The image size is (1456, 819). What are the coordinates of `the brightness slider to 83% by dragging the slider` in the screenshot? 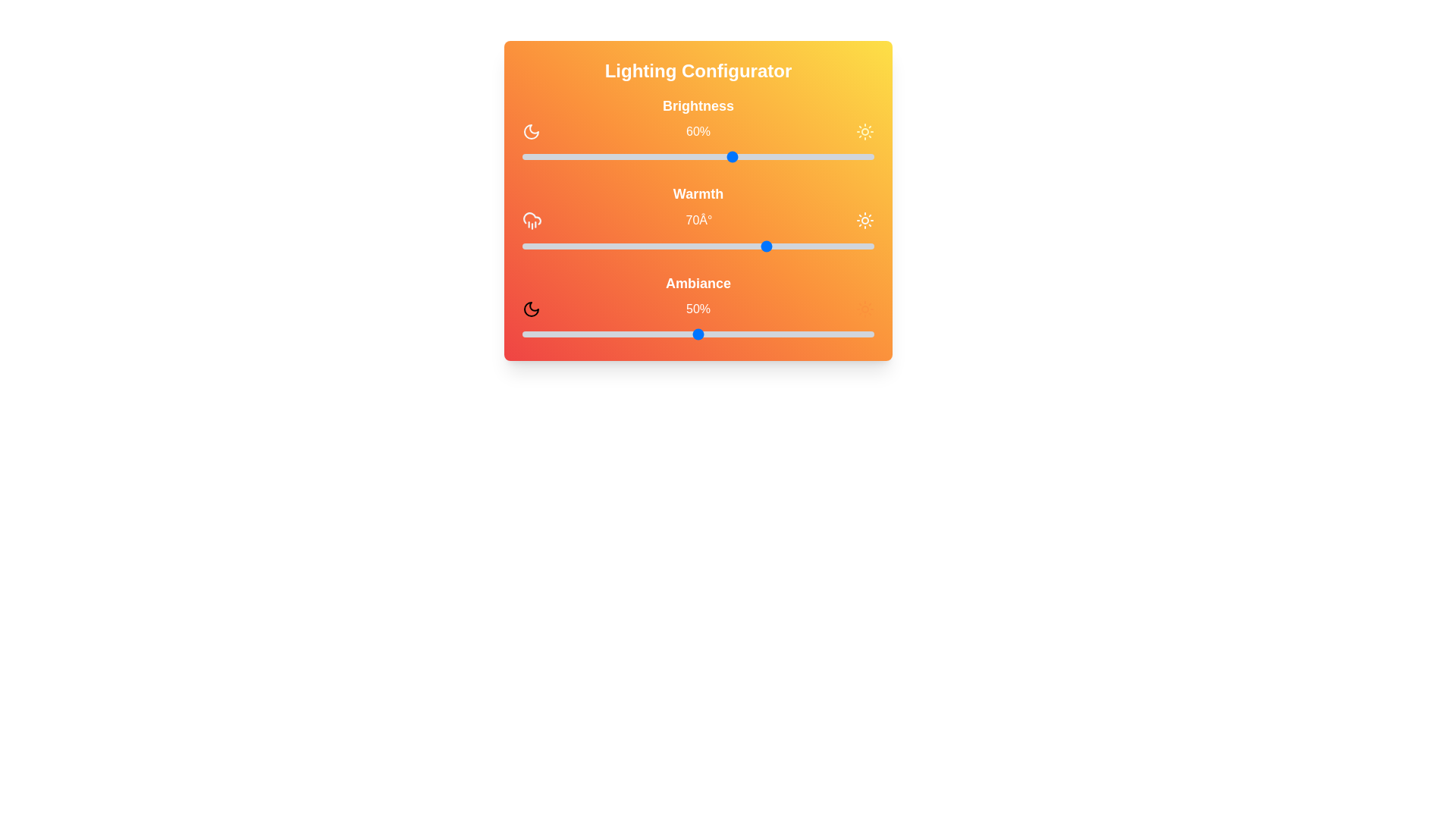 It's located at (814, 157).